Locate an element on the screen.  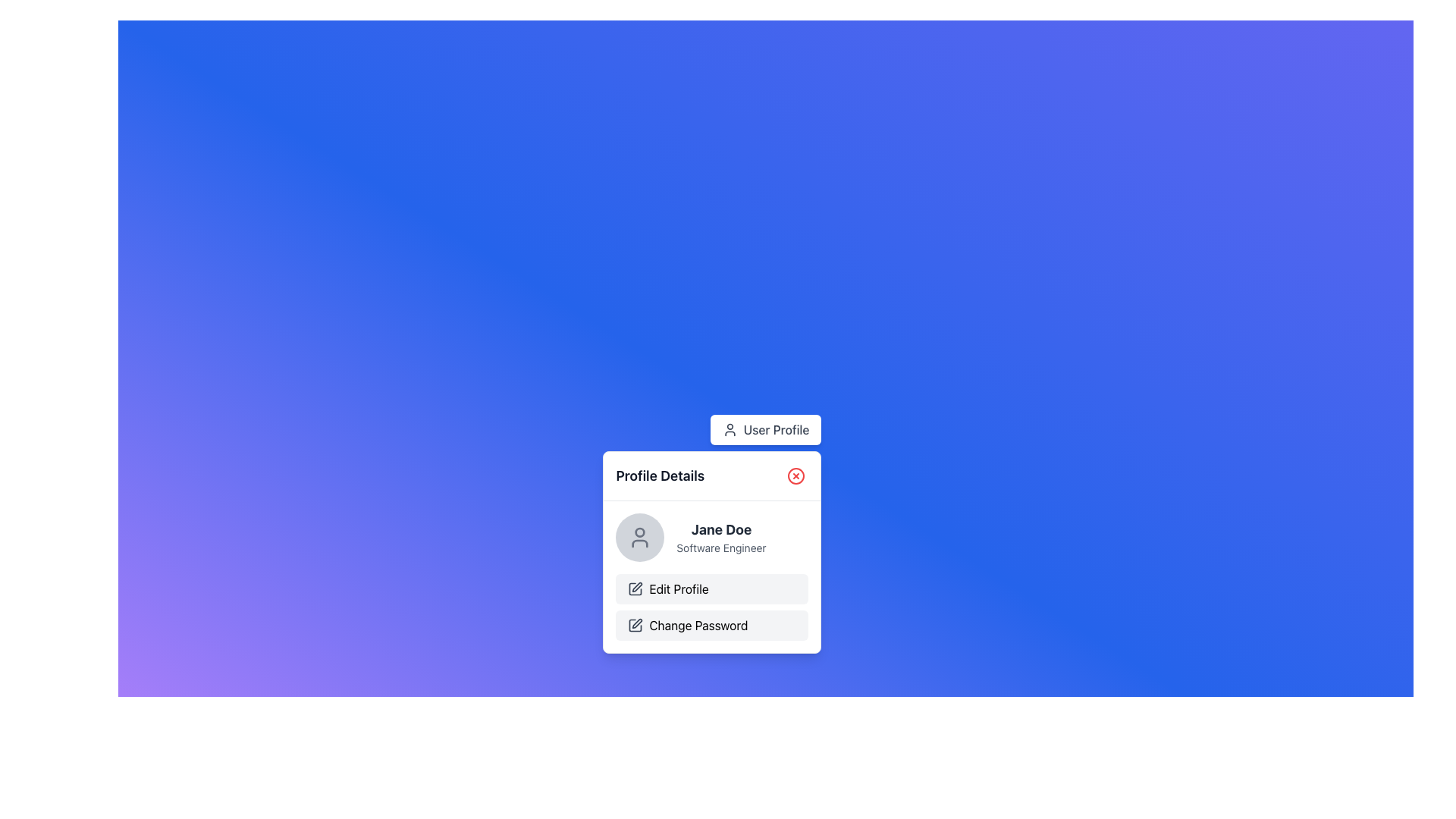
text content of the 'Profile Details' label, which is a prominent header in bold, large font on a white background is located at coordinates (660, 475).